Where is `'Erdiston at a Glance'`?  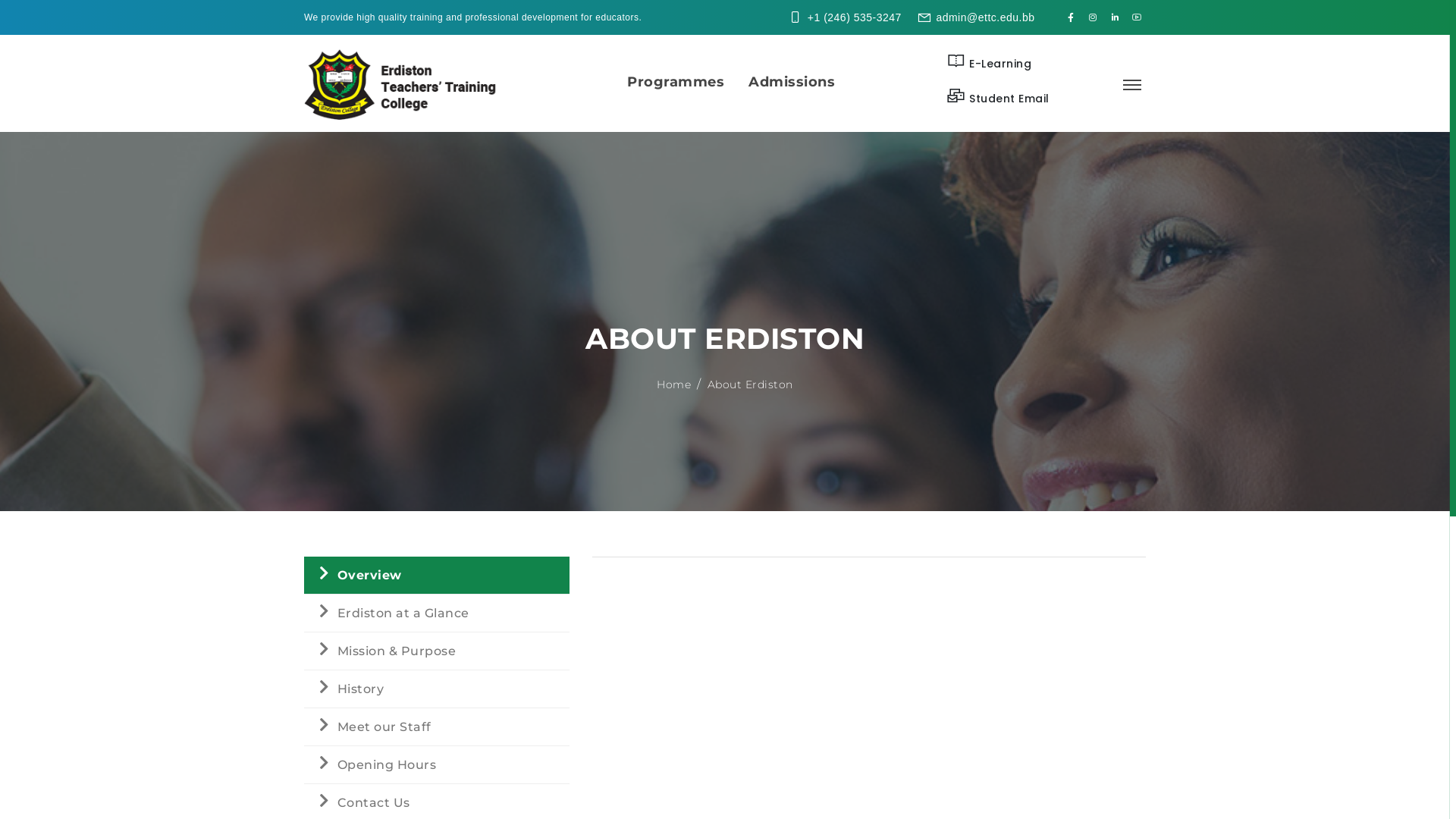 'Erdiston at a Glance' is located at coordinates (436, 613).